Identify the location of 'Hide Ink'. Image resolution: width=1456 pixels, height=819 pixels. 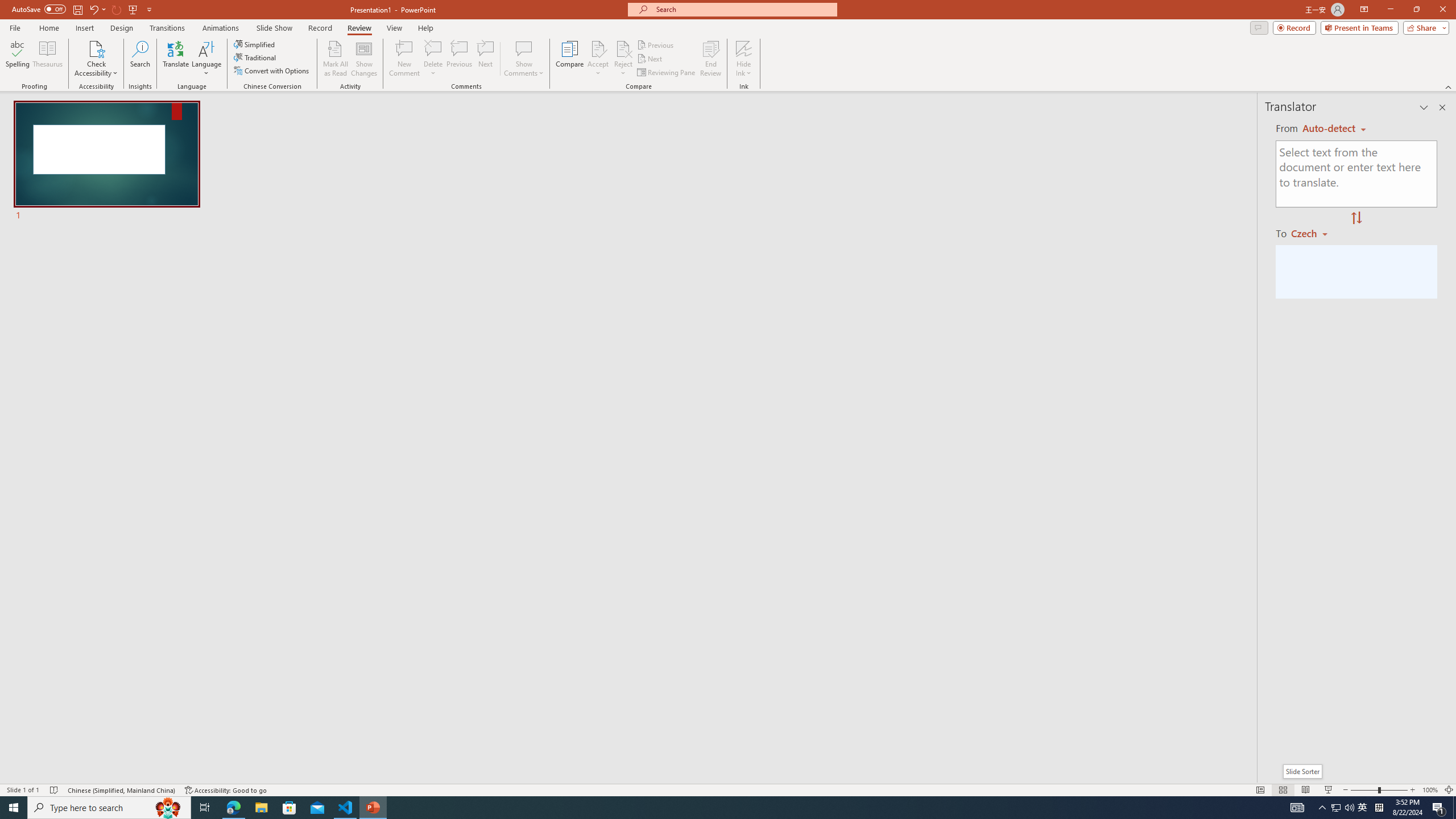
(744, 59).